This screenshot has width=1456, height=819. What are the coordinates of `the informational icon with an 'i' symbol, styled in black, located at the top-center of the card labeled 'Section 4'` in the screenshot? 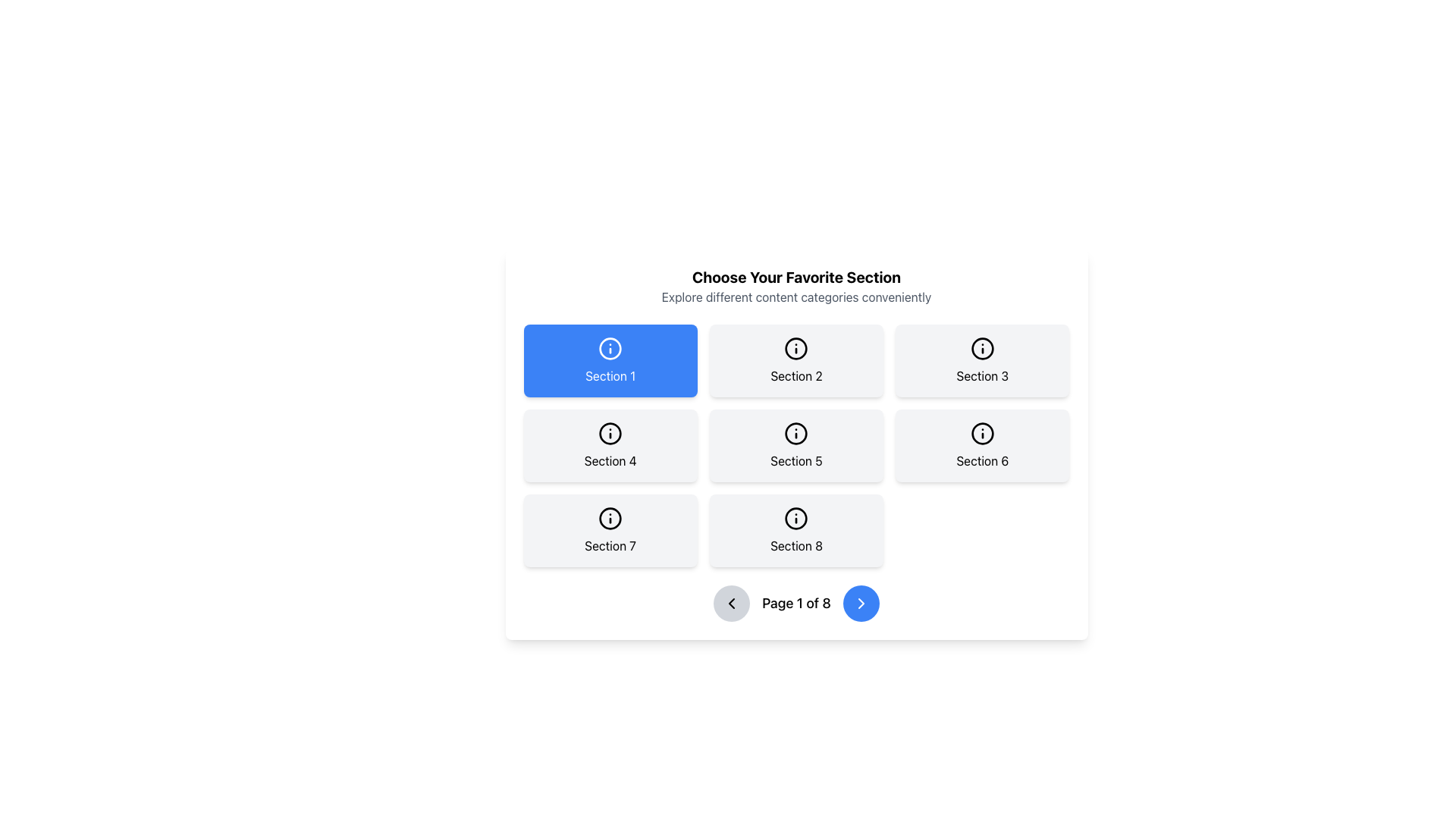 It's located at (610, 433).